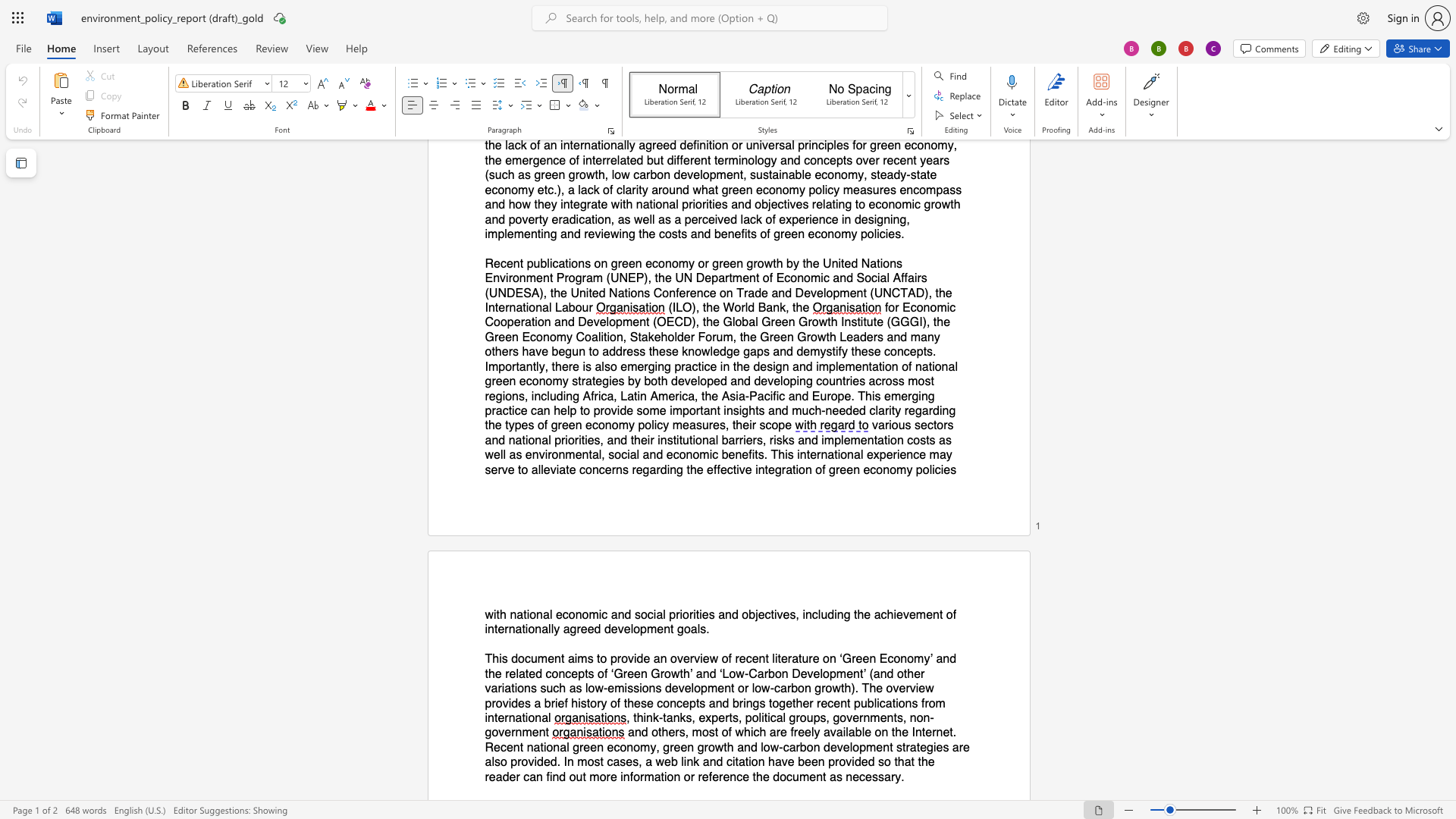 Image resolution: width=1456 pixels, height=819 pixels. I want to click on the 3th character "e" in the text, so click(723, 469).